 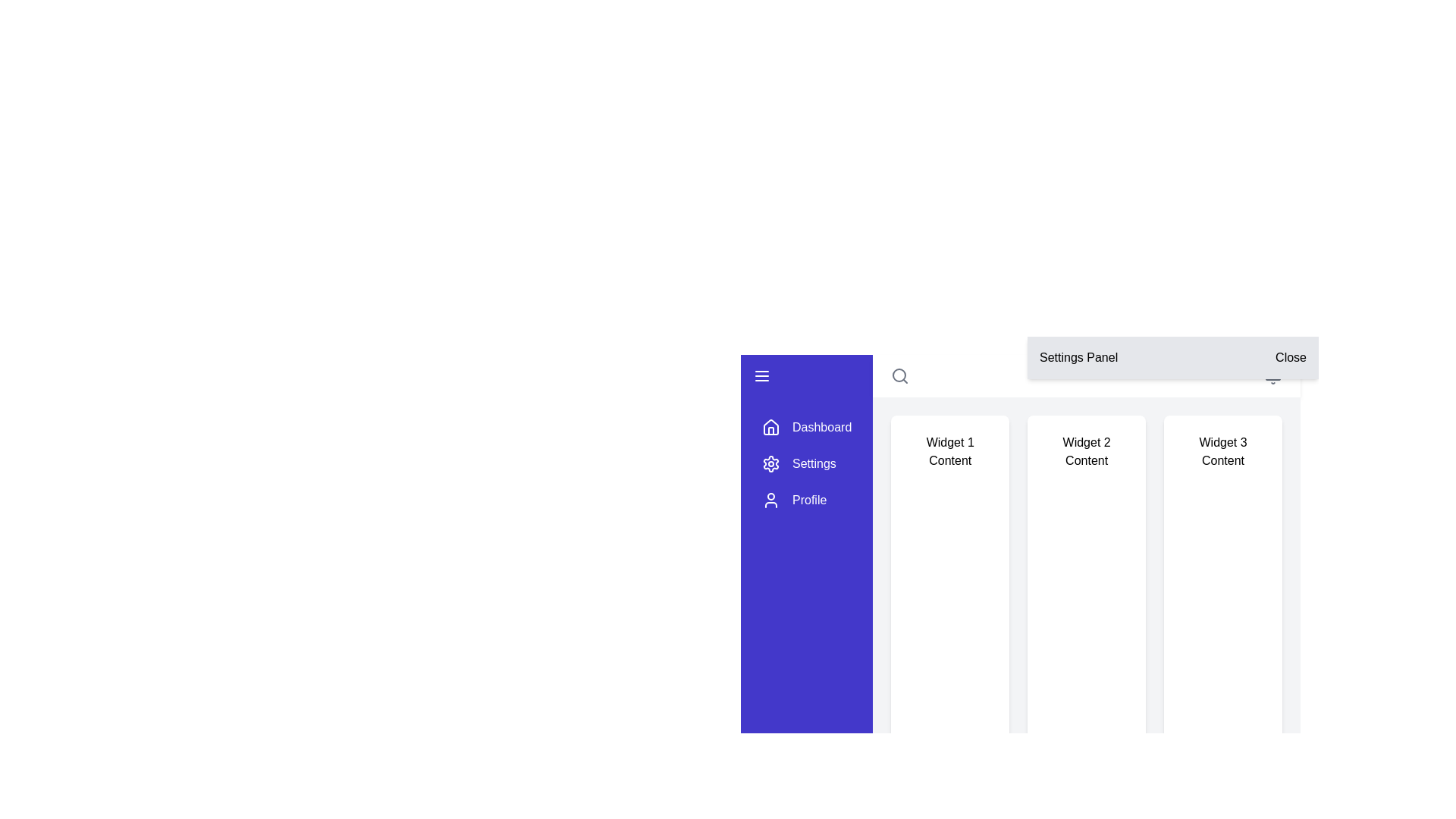 What do you see at coordinates (771, 500) in the screenshot?
I see `the user icon, which is a circular head and shoulders silhouette in white on a purple background` at bounding box center [771, 500].